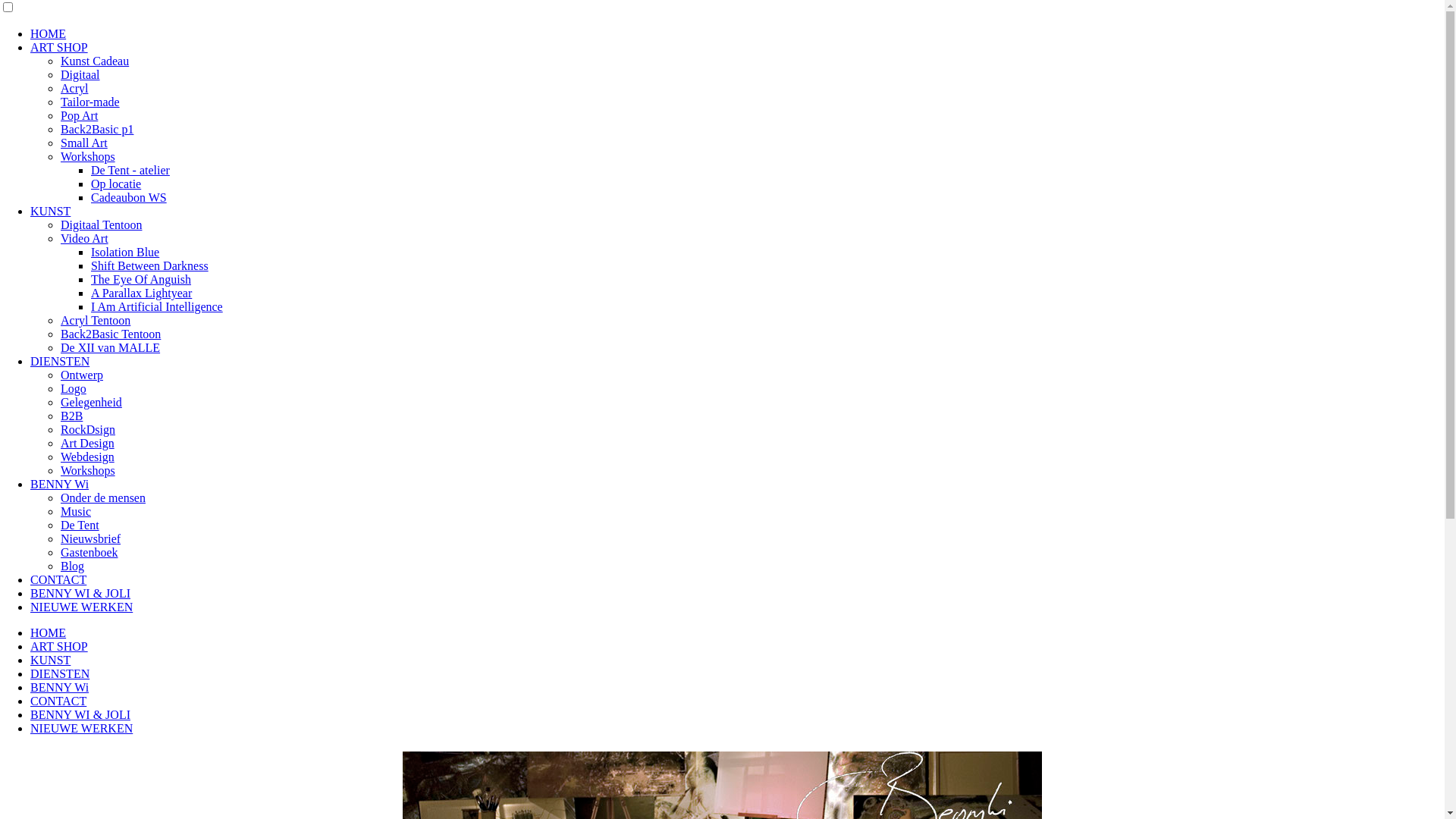 The image size is (1456, 819). Describe the element at coordinates (61, 143) in the screenshot. I see `'Small Art'` at that location.